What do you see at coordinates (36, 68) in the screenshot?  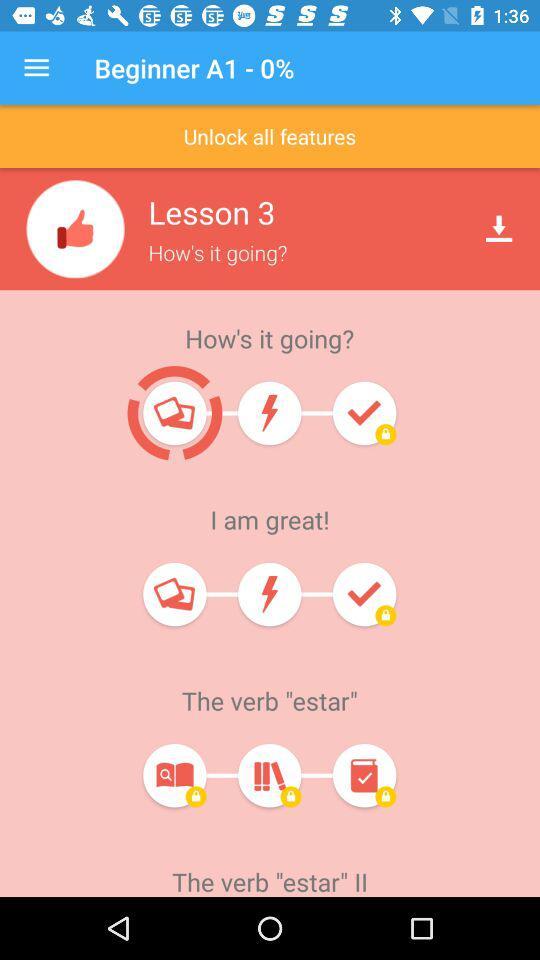 I see `the item above the unlock all features` at bounding box center [36, 68].